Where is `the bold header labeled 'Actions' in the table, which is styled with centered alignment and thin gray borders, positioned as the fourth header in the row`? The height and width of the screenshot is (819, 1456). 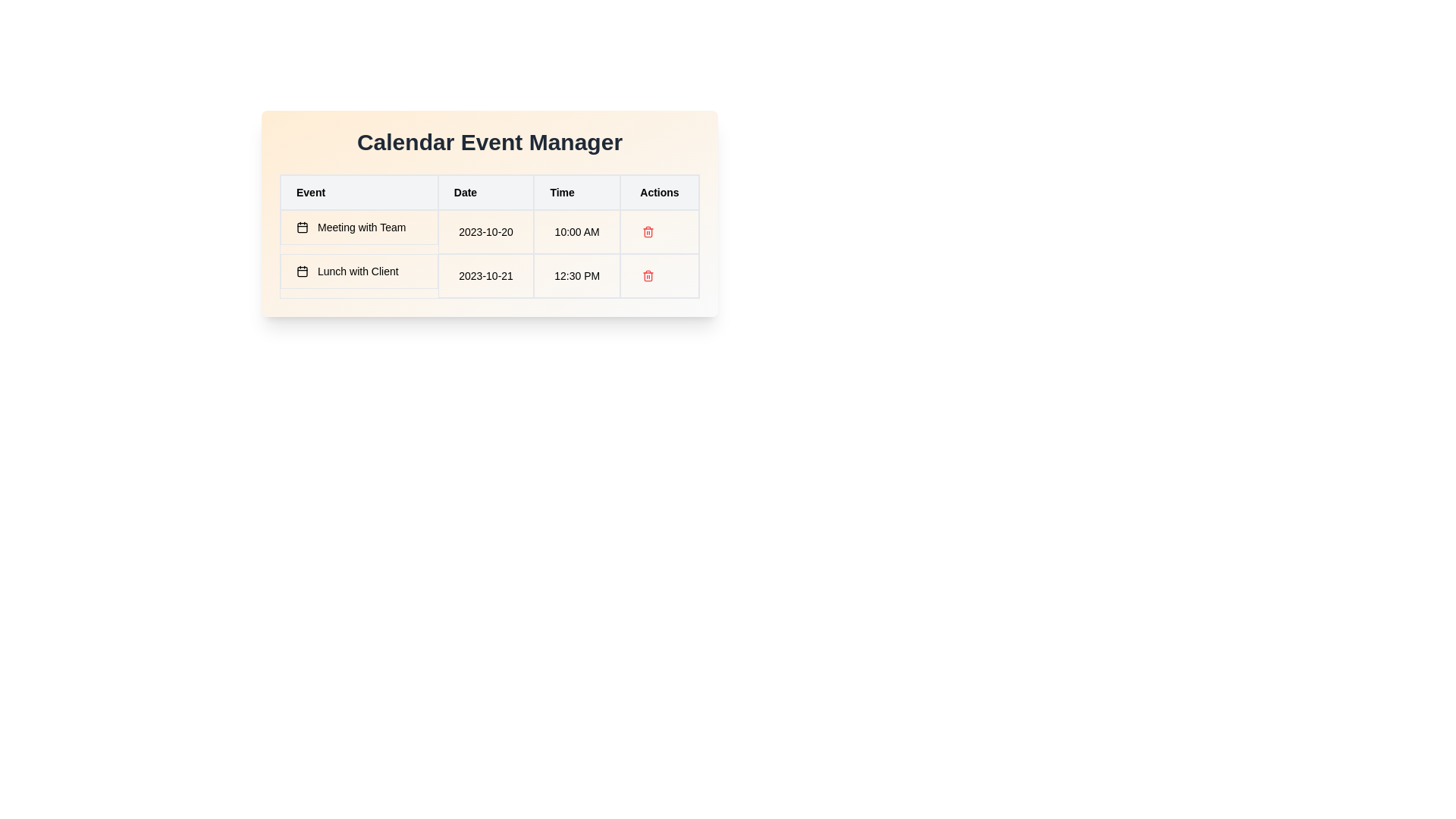 the bold header labeled 'Actions' in the table, which is styled with centered alignment and thin gray borders, positioned as the fourth header in the row is located at coordinates (659, 192).